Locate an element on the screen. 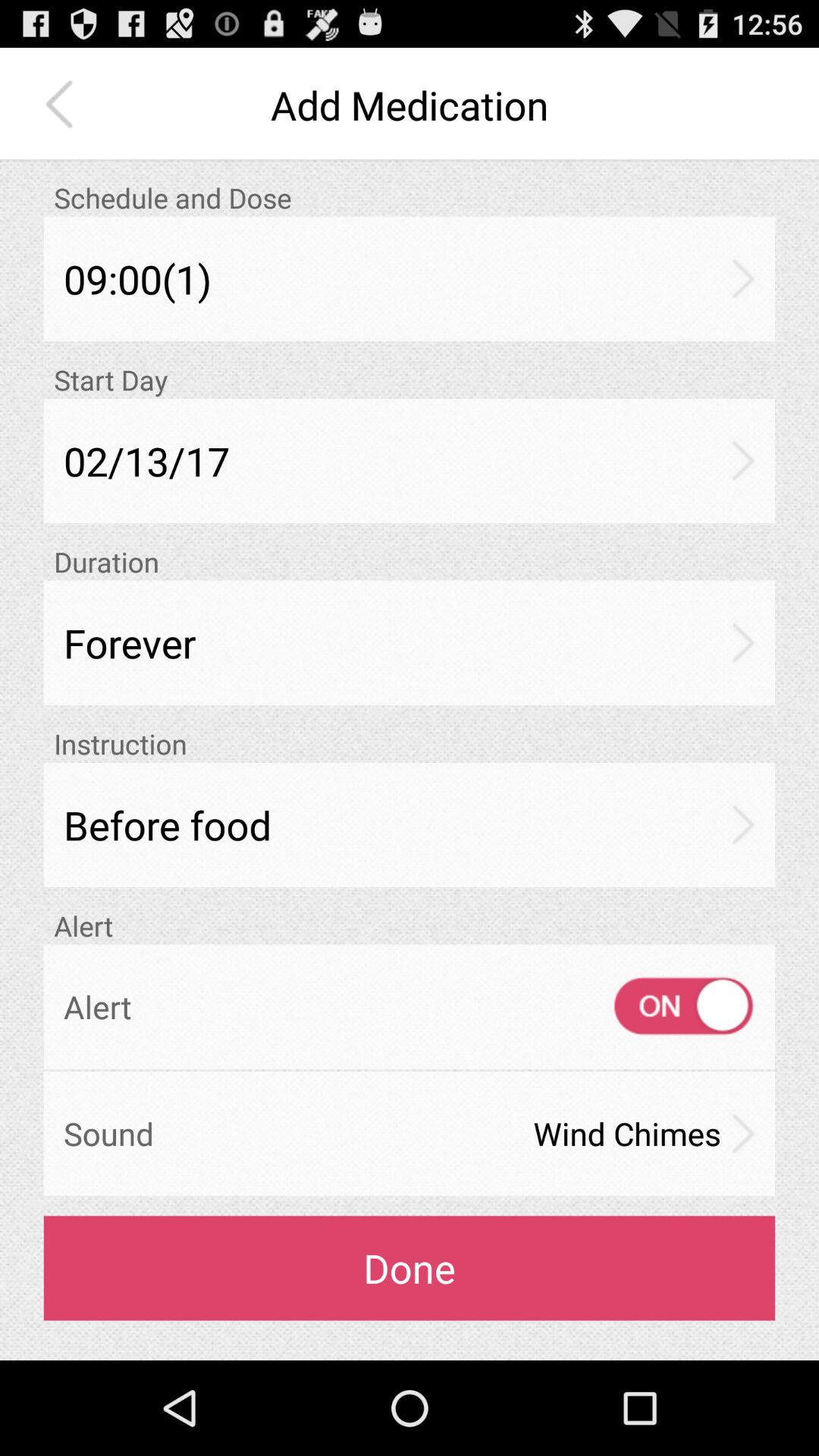  the item to the right of alert item is located at coordinates (669, 1006).